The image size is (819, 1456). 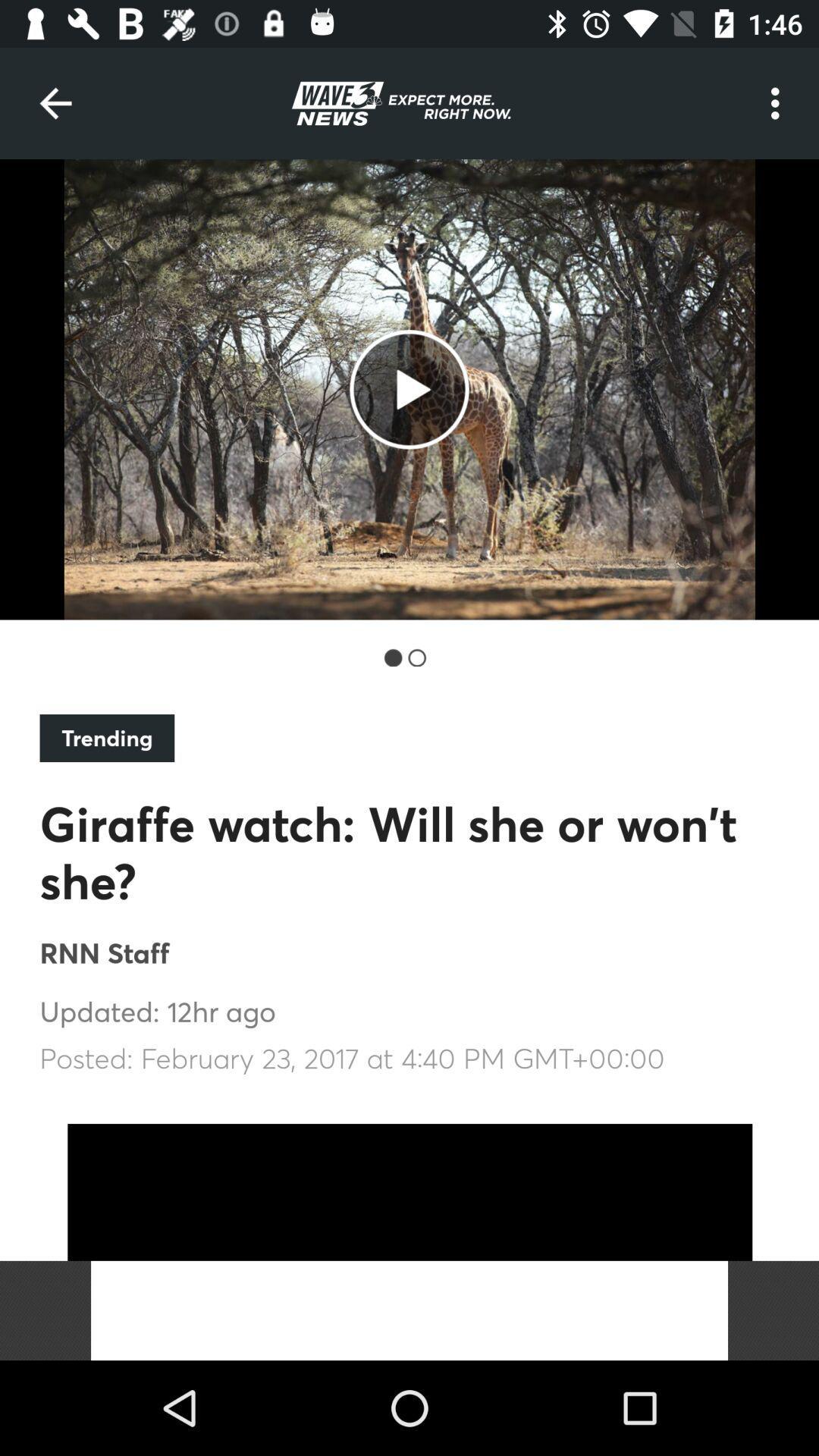 I want to click on item at the top right corner, so click(x=779, y=102).